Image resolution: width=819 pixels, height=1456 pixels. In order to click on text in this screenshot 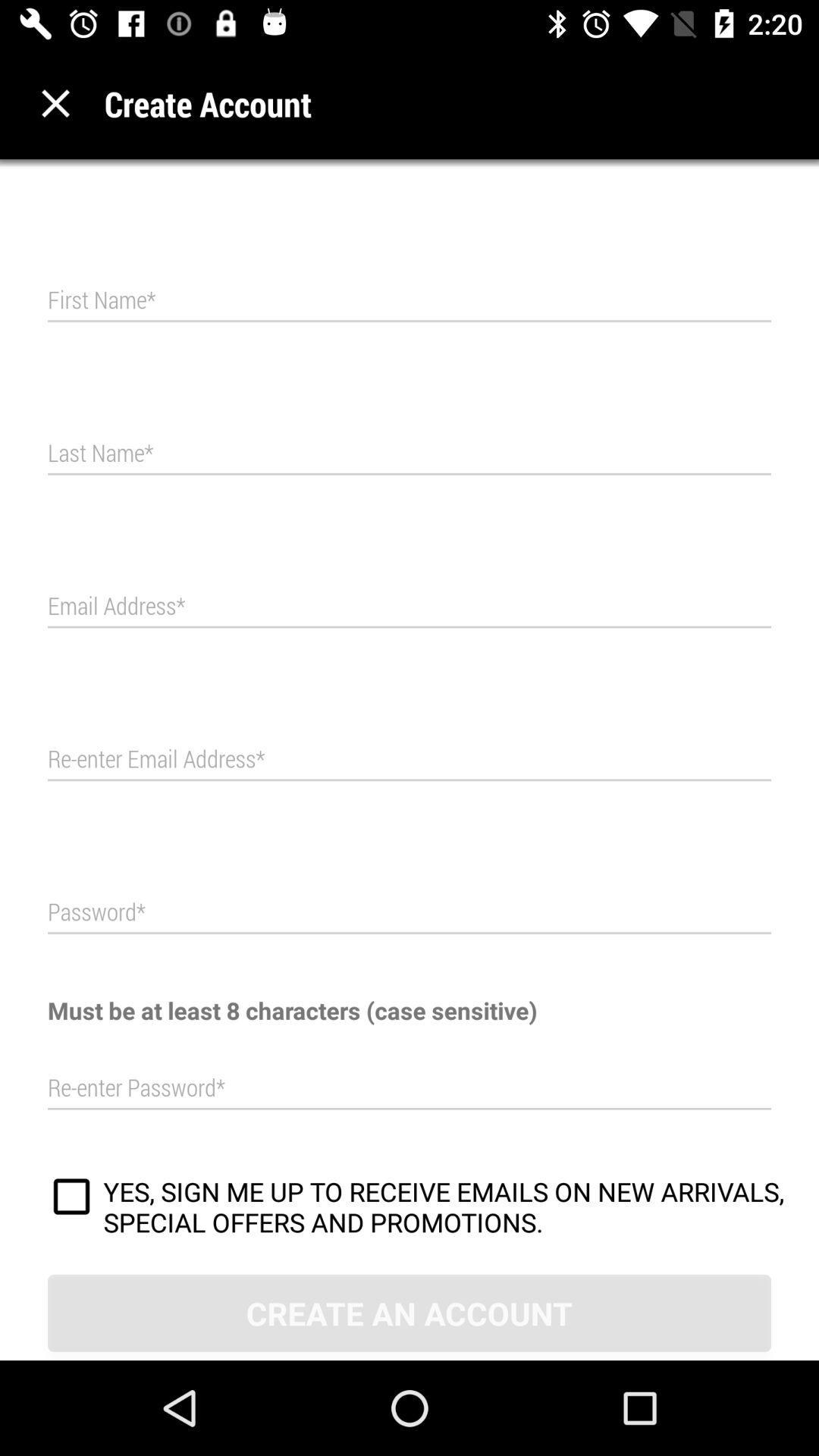, I will do `click(409, 453)`.